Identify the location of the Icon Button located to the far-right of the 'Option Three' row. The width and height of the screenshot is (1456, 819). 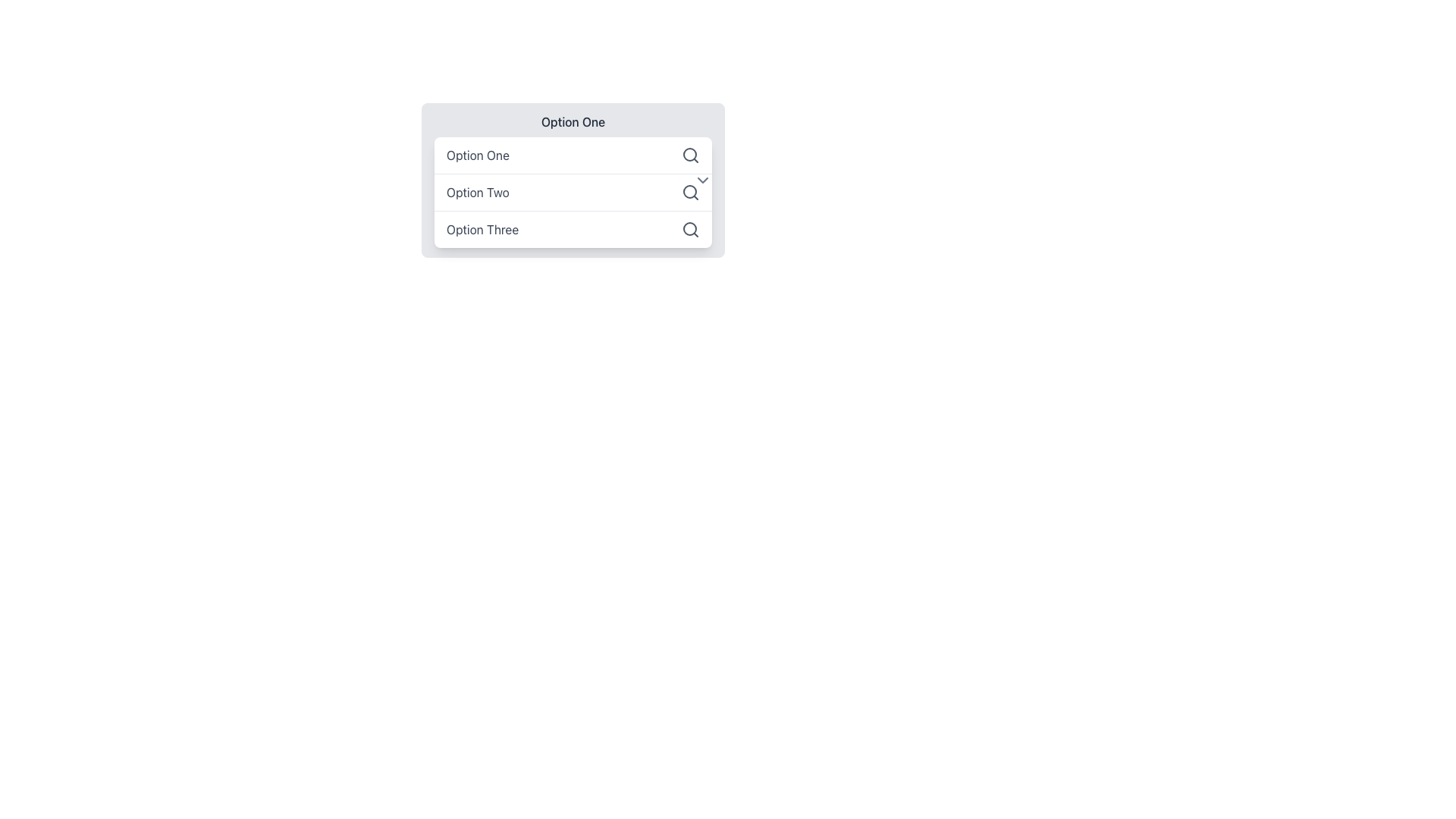
(690, 230).